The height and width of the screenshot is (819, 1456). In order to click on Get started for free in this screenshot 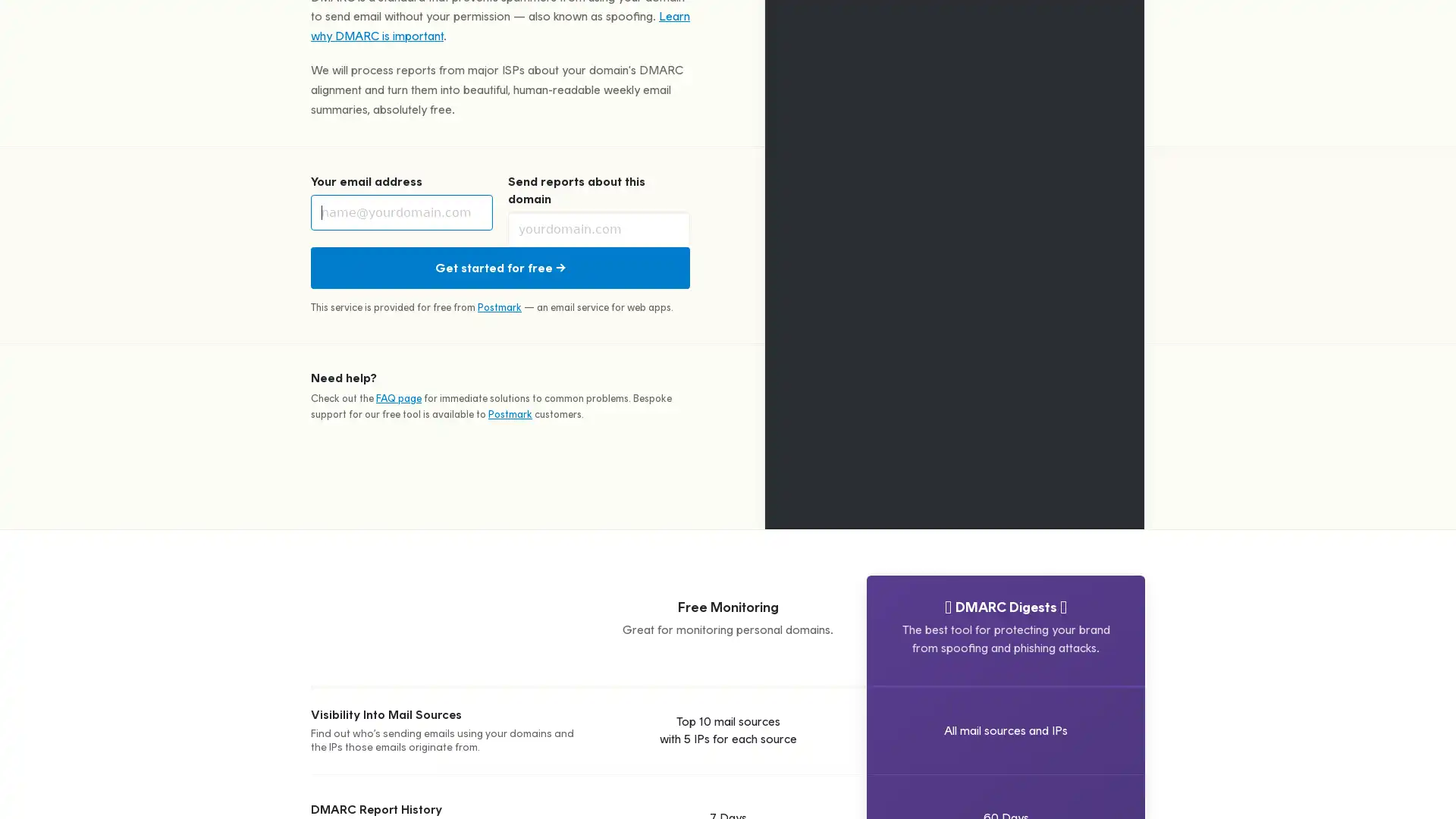, I will do `click(500, 267)`.